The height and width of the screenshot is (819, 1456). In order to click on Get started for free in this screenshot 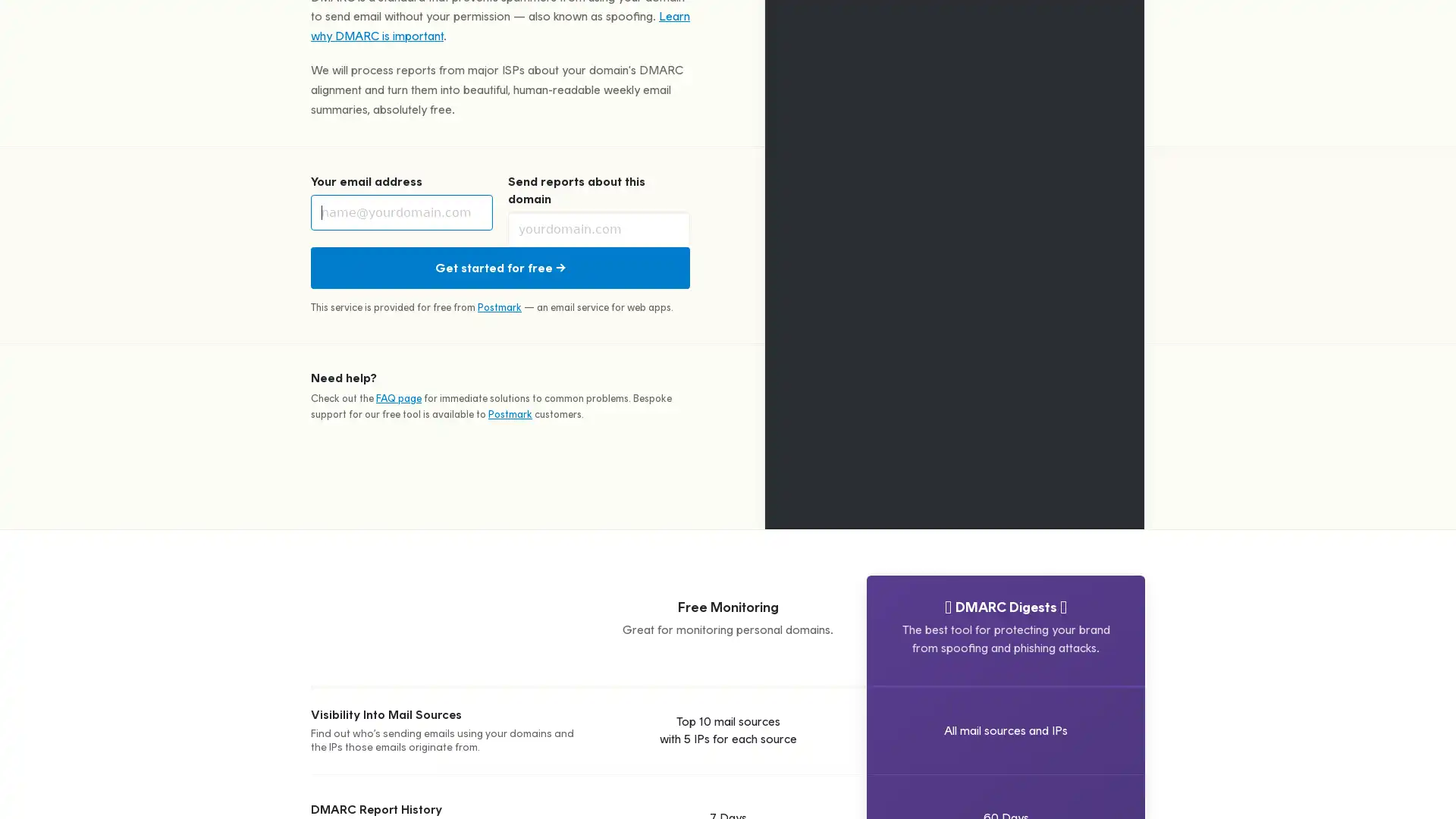, I will do `click(500, 267)`.